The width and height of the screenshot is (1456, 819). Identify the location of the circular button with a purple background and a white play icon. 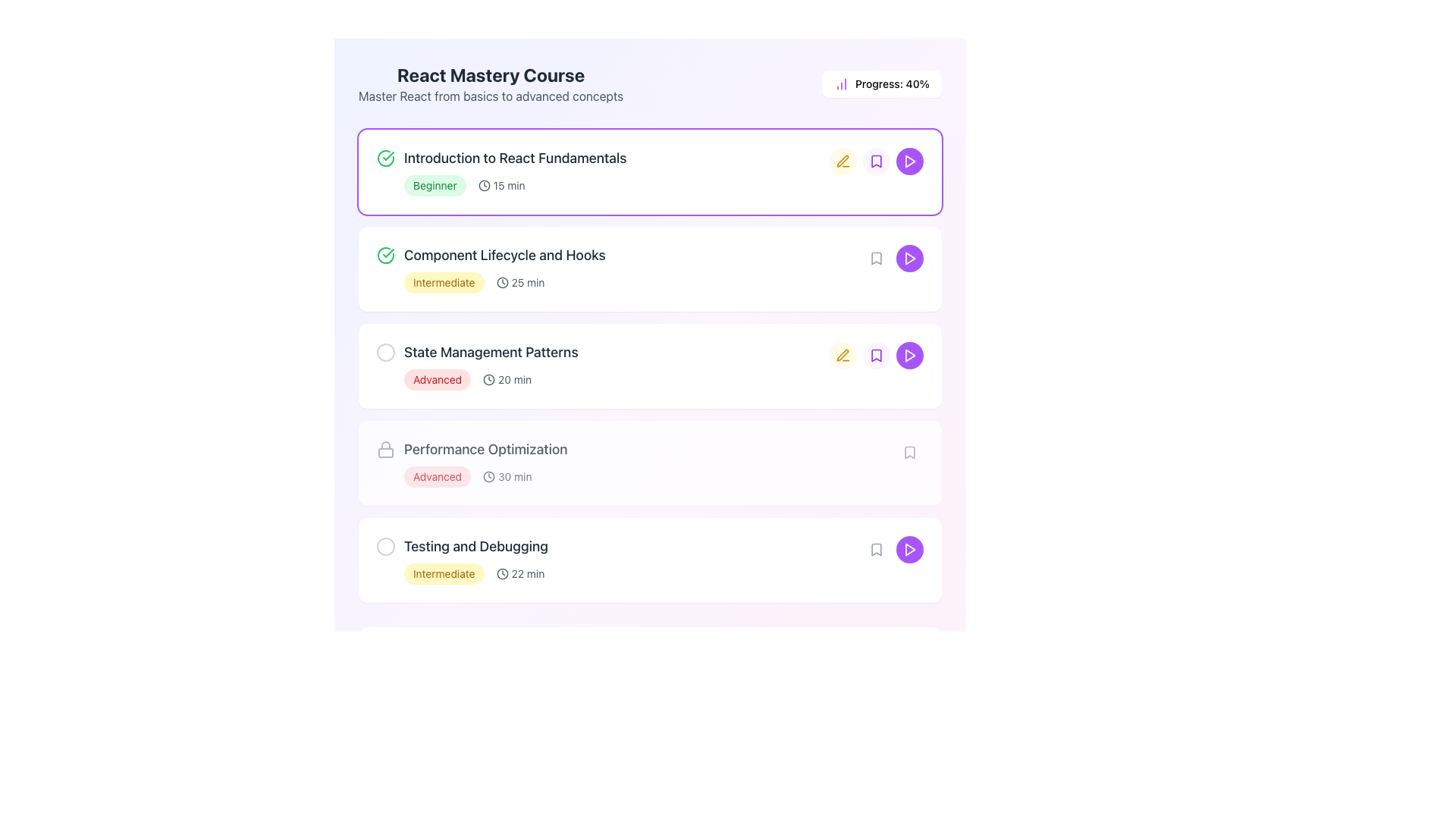
(910, 550).